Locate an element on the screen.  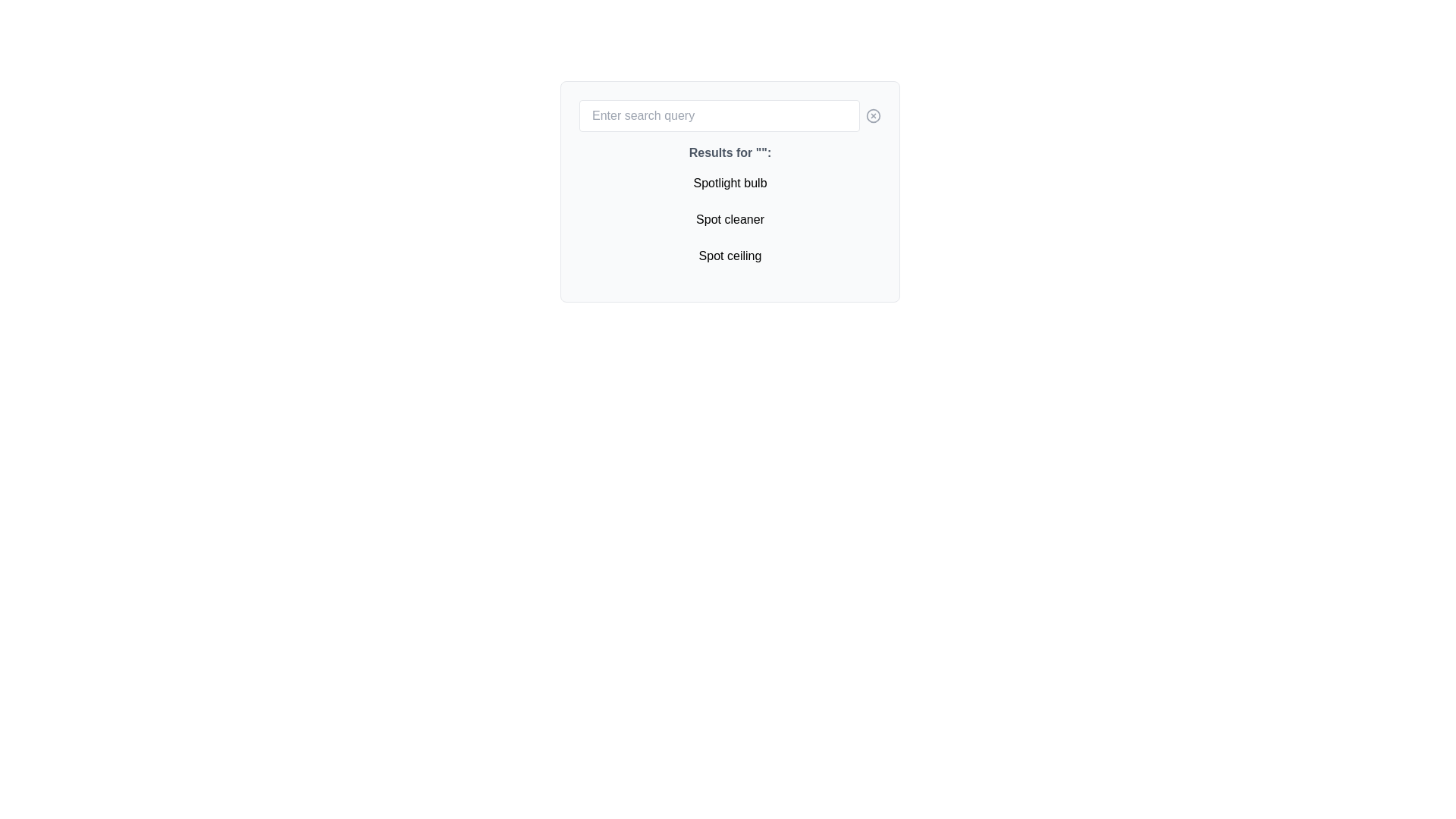
the second 'b' in 'bulb' within the text 'Spotlight bulb' that is part of the first item in the search list is located at coordinates (764, 182).